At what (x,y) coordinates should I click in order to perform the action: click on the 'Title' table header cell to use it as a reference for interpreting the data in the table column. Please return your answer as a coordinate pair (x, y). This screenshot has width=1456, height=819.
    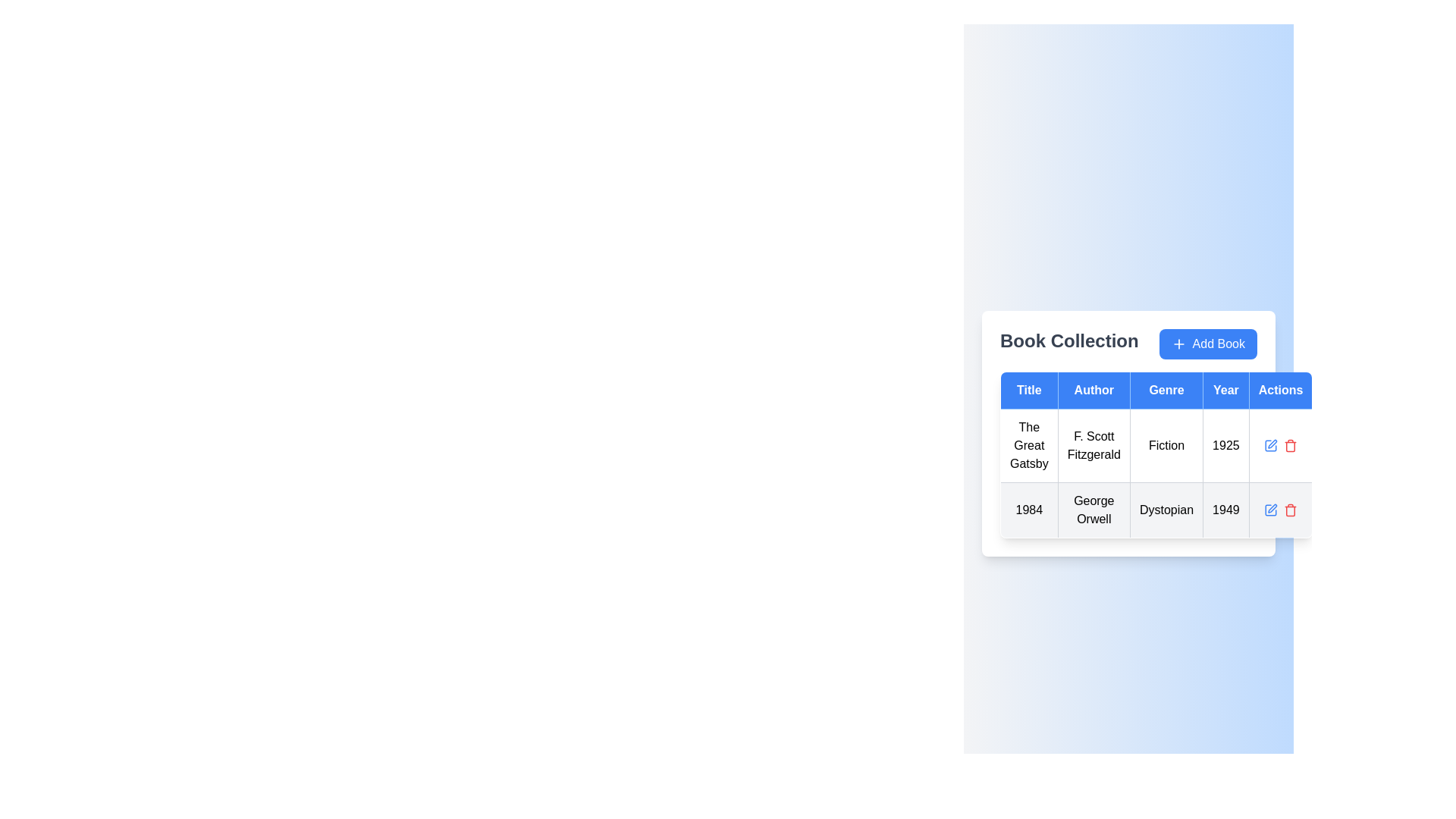
    Looking at the image, I should click on (1029, 390).